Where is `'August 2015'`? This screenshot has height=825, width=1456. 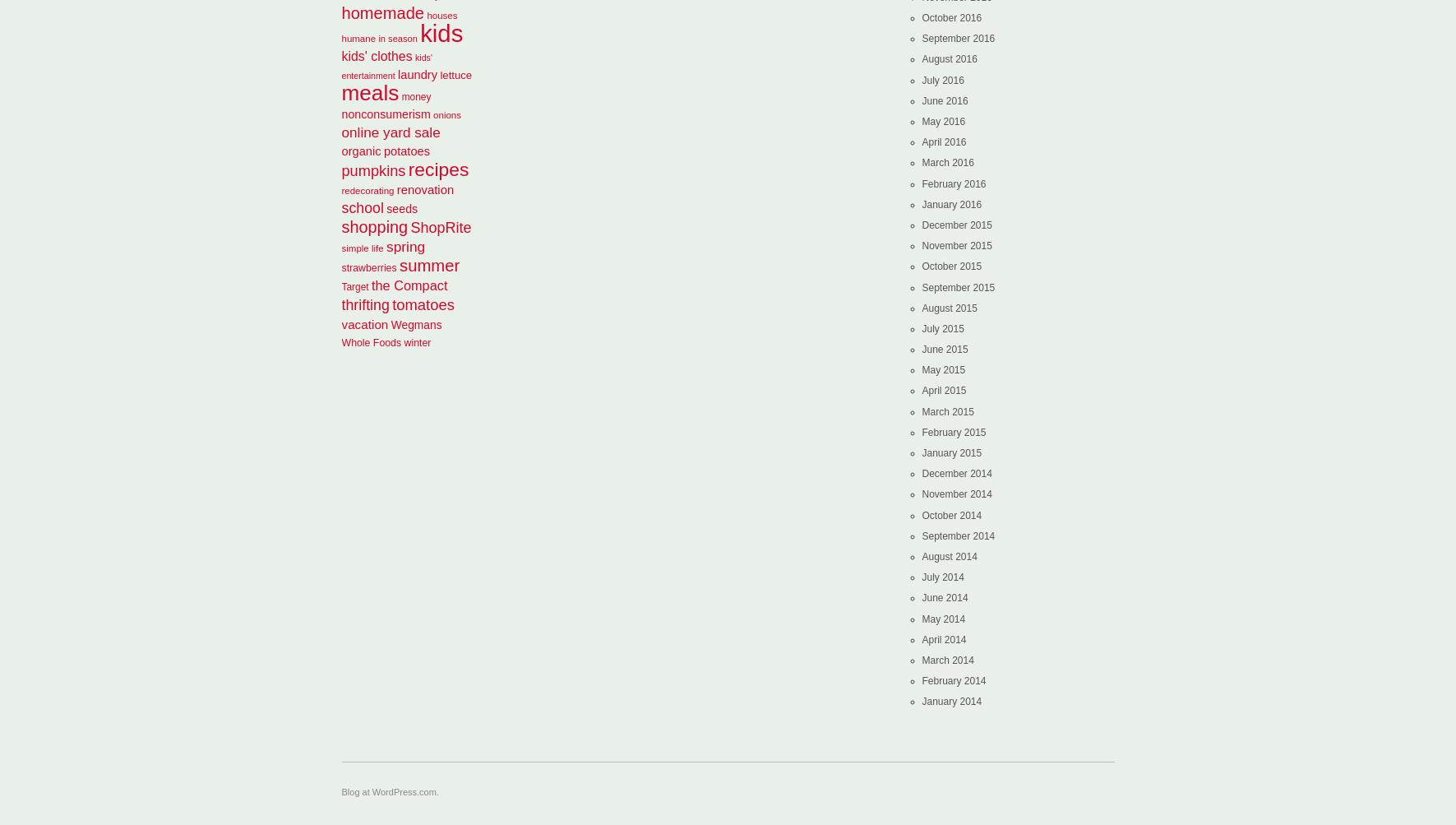
'August 2015' is located at coordinates (949, 307).